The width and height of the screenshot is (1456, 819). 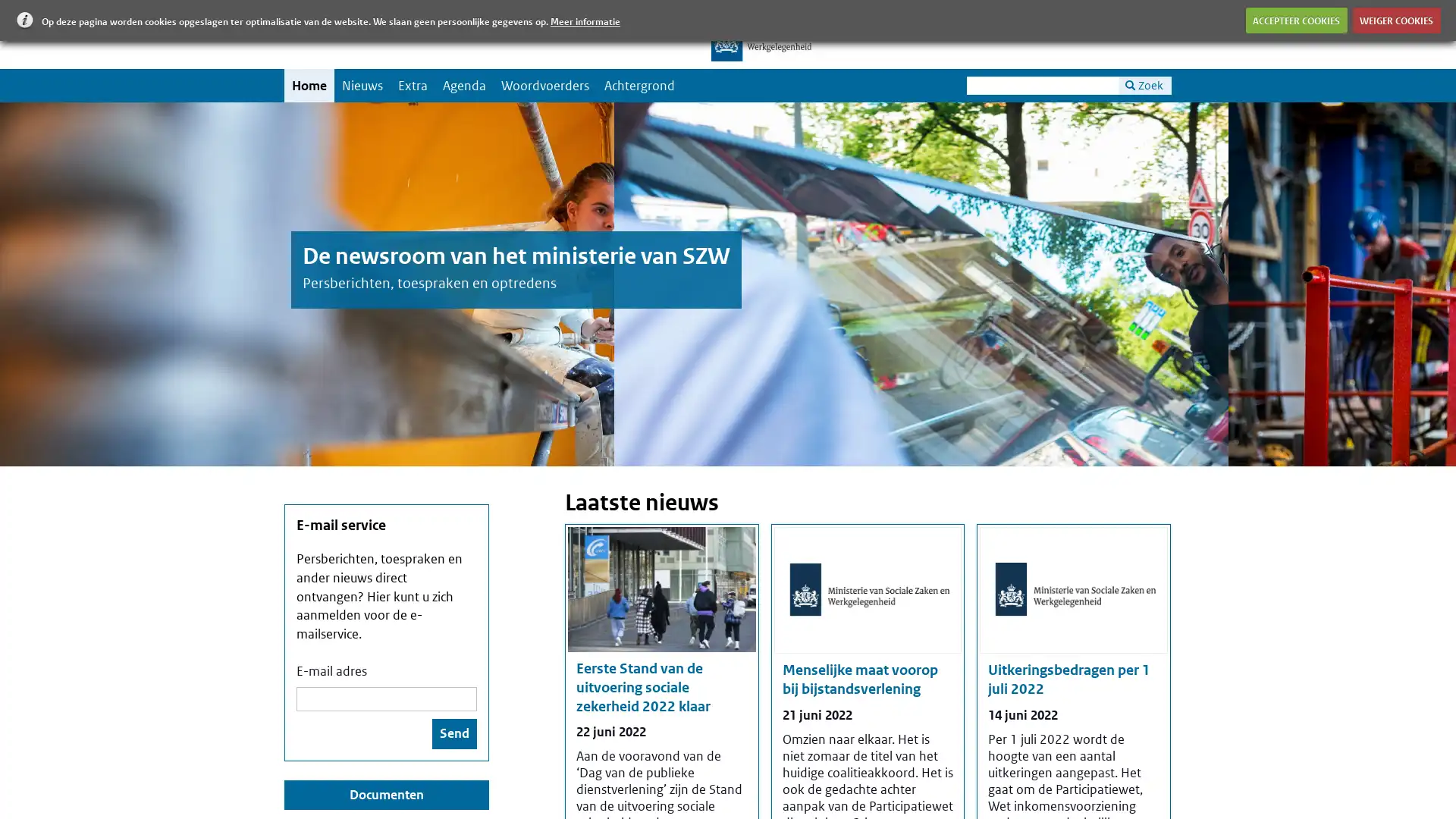 What do you see at coordinates (1145, 84) in the screenshot?
I see `Zoek` at bounding box center [1145, 84].